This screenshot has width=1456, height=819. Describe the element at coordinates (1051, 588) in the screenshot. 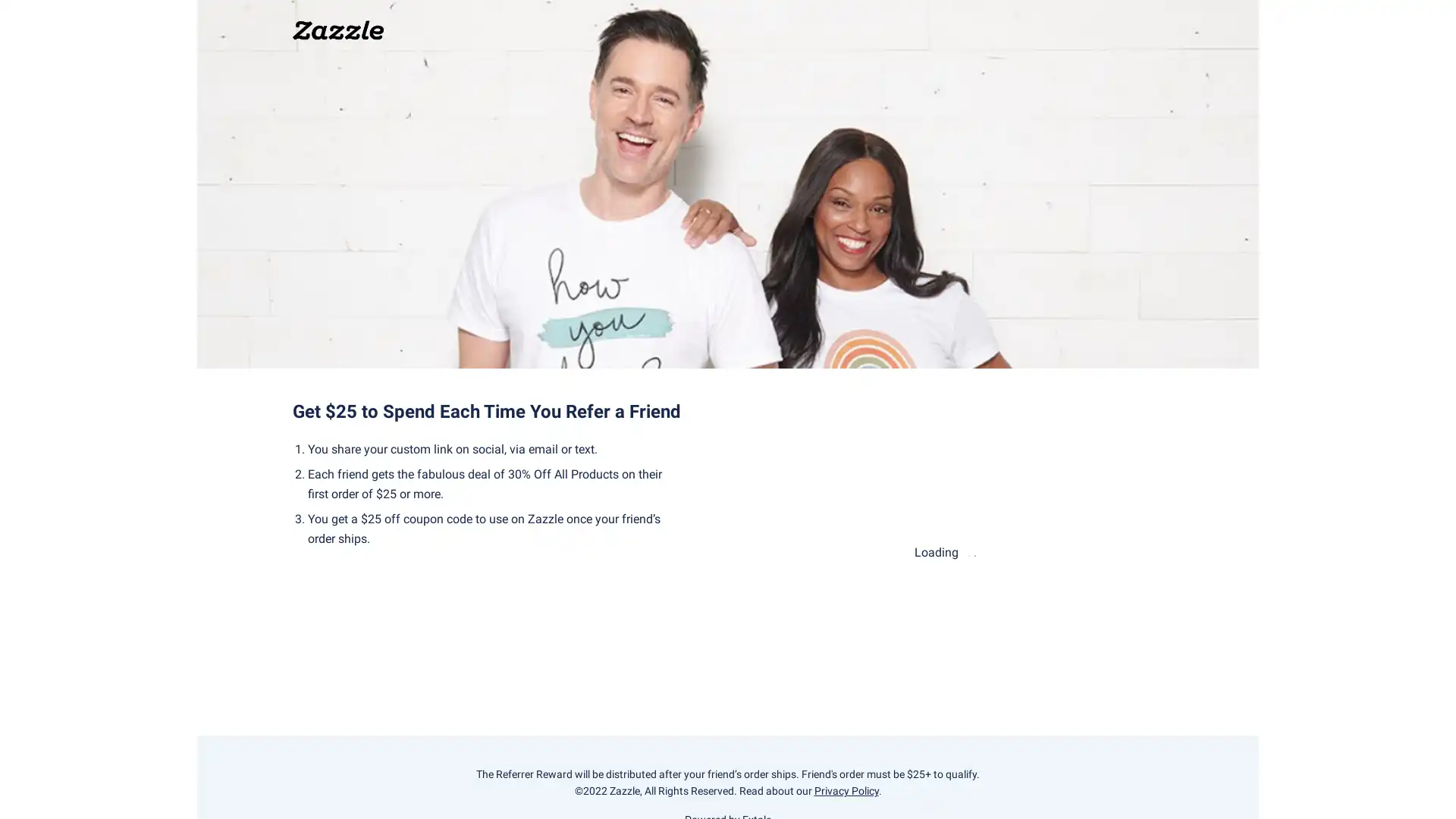

I see `pinterest` at that location.